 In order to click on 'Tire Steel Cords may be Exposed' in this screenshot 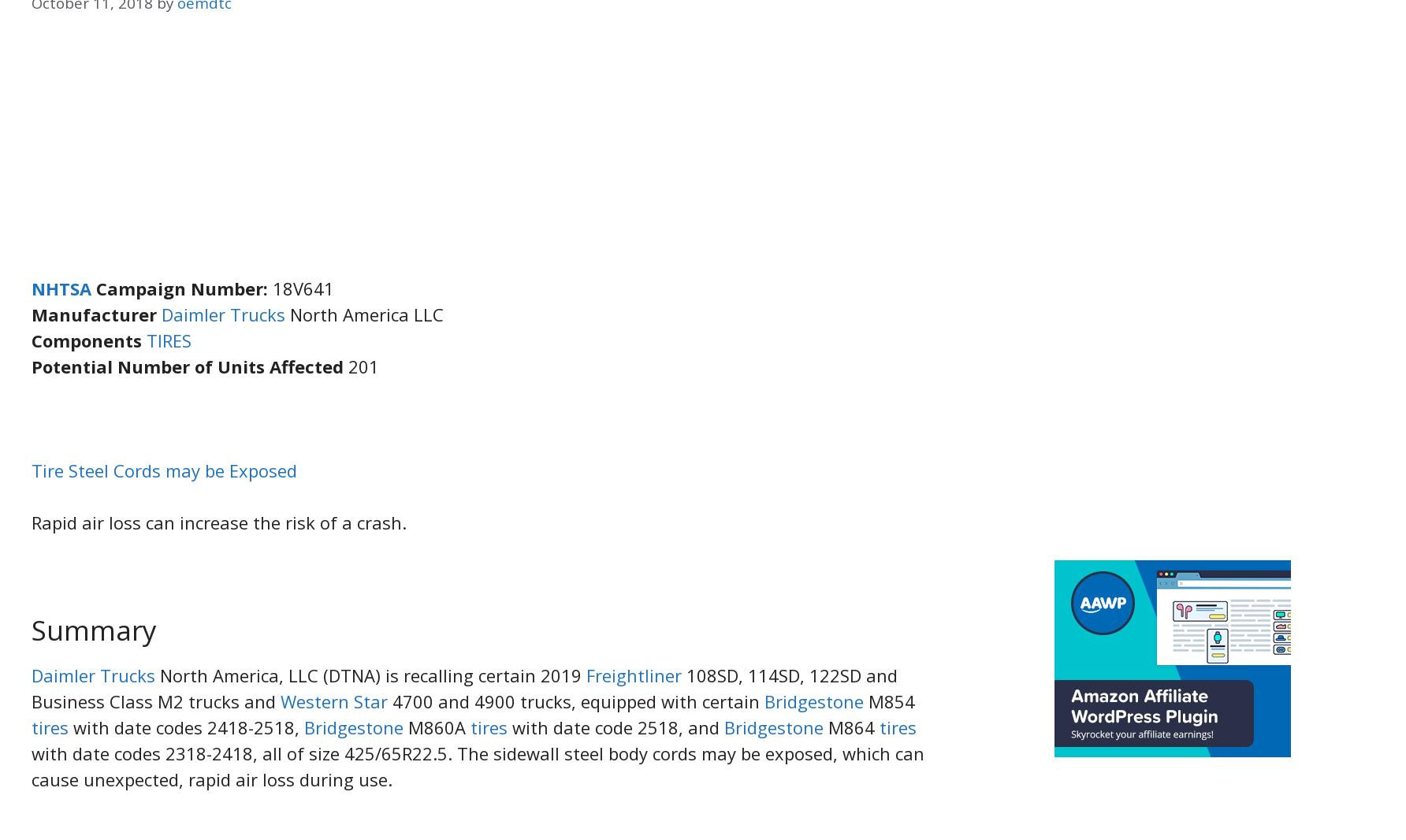, I will do `click(163, 469)`.